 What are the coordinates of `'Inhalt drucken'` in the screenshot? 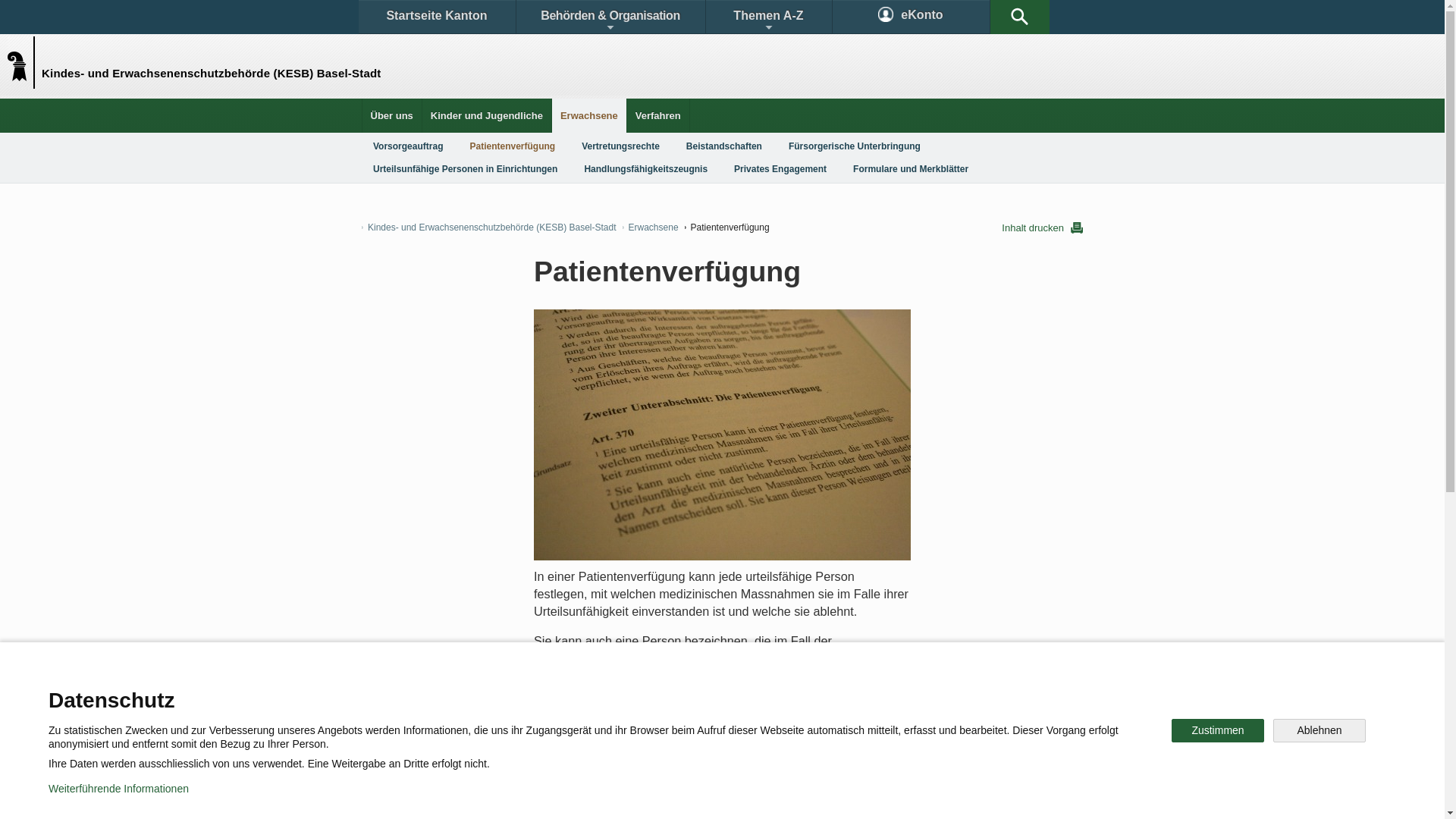 It's located at (1041, 227).